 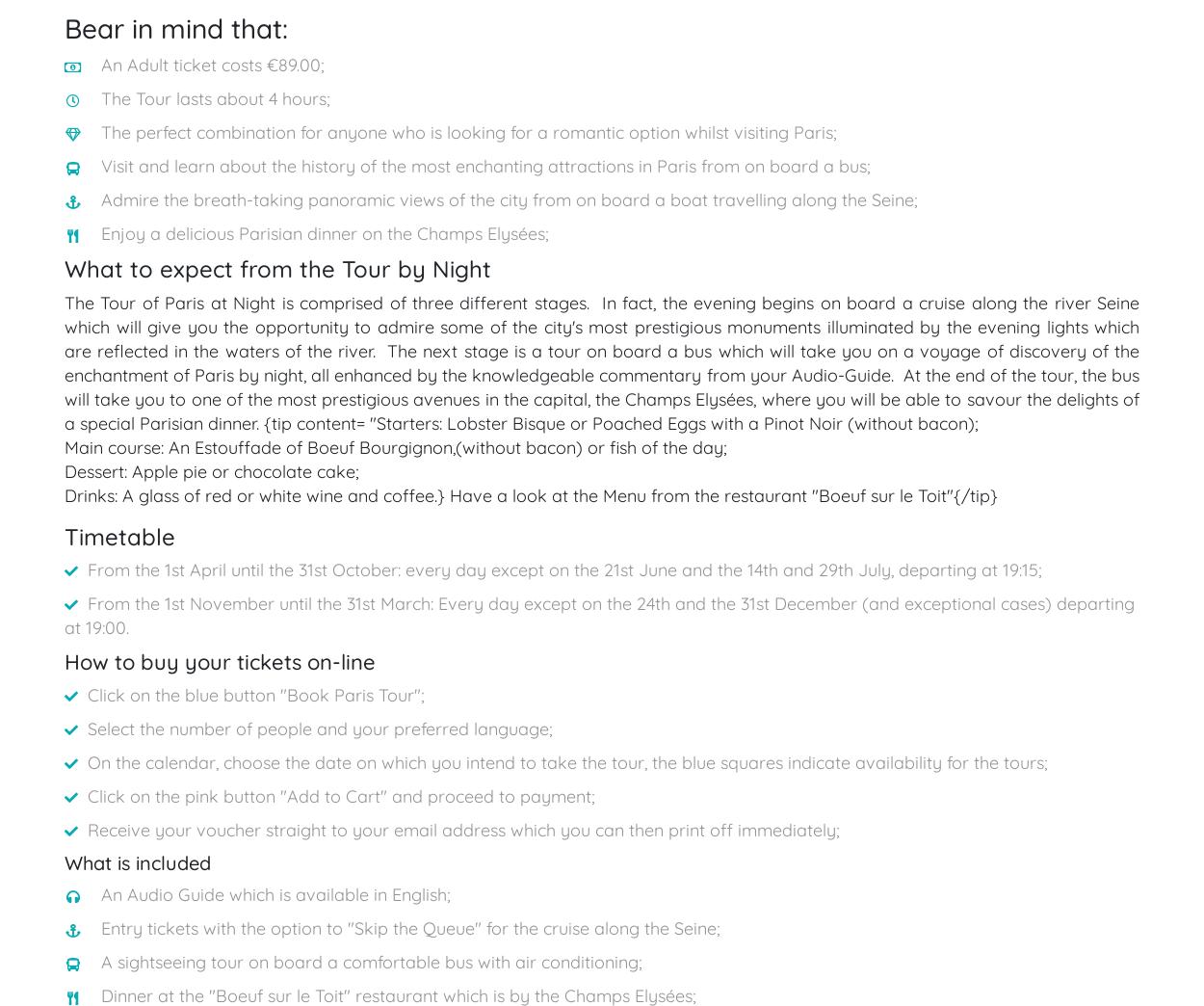 What do you see at coordinates (910, 406) in the screenshot?
I see `'GDPR'` at bounding box center [910, 406].